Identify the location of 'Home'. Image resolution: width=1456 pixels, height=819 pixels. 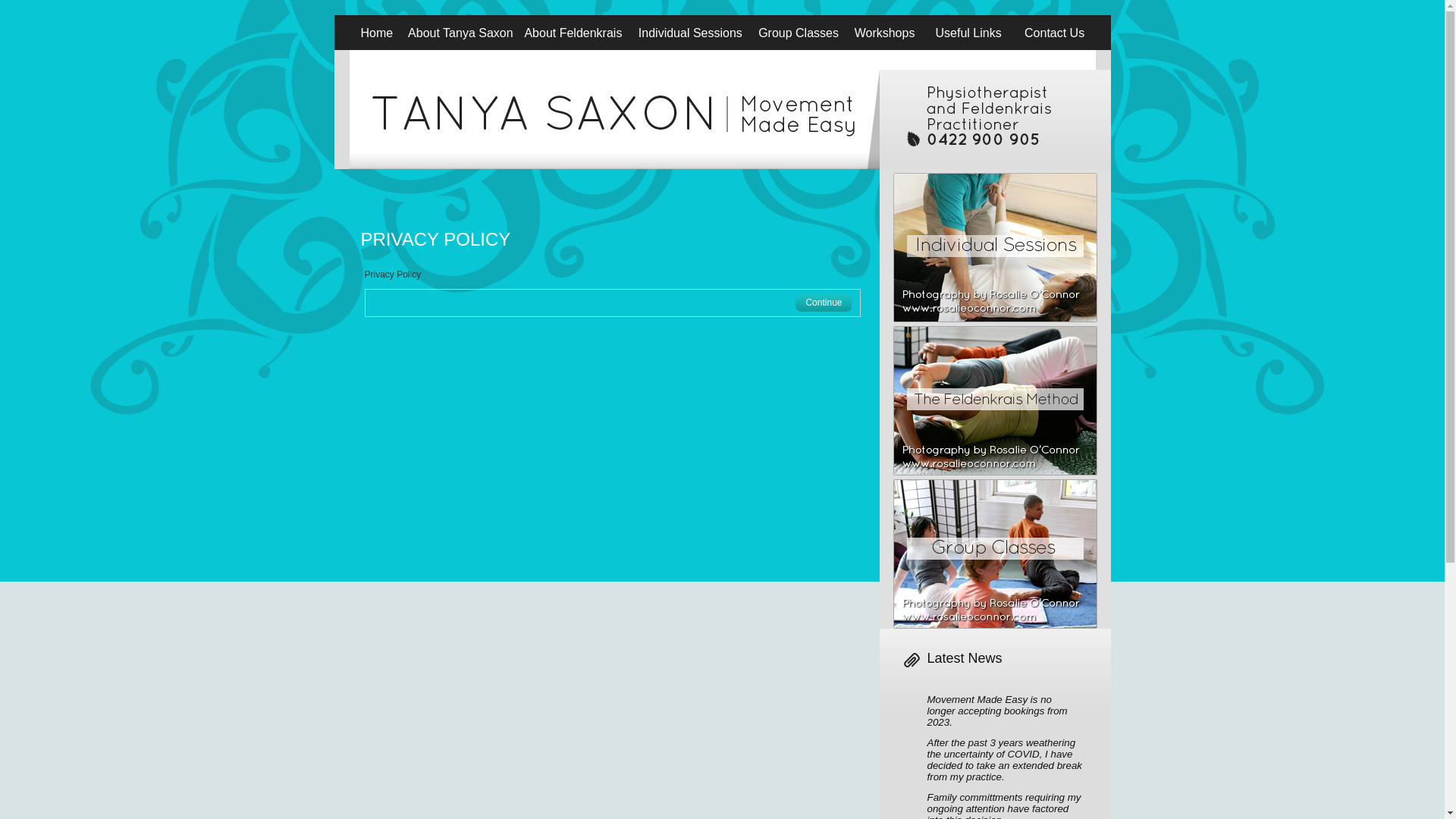
(376, 48).